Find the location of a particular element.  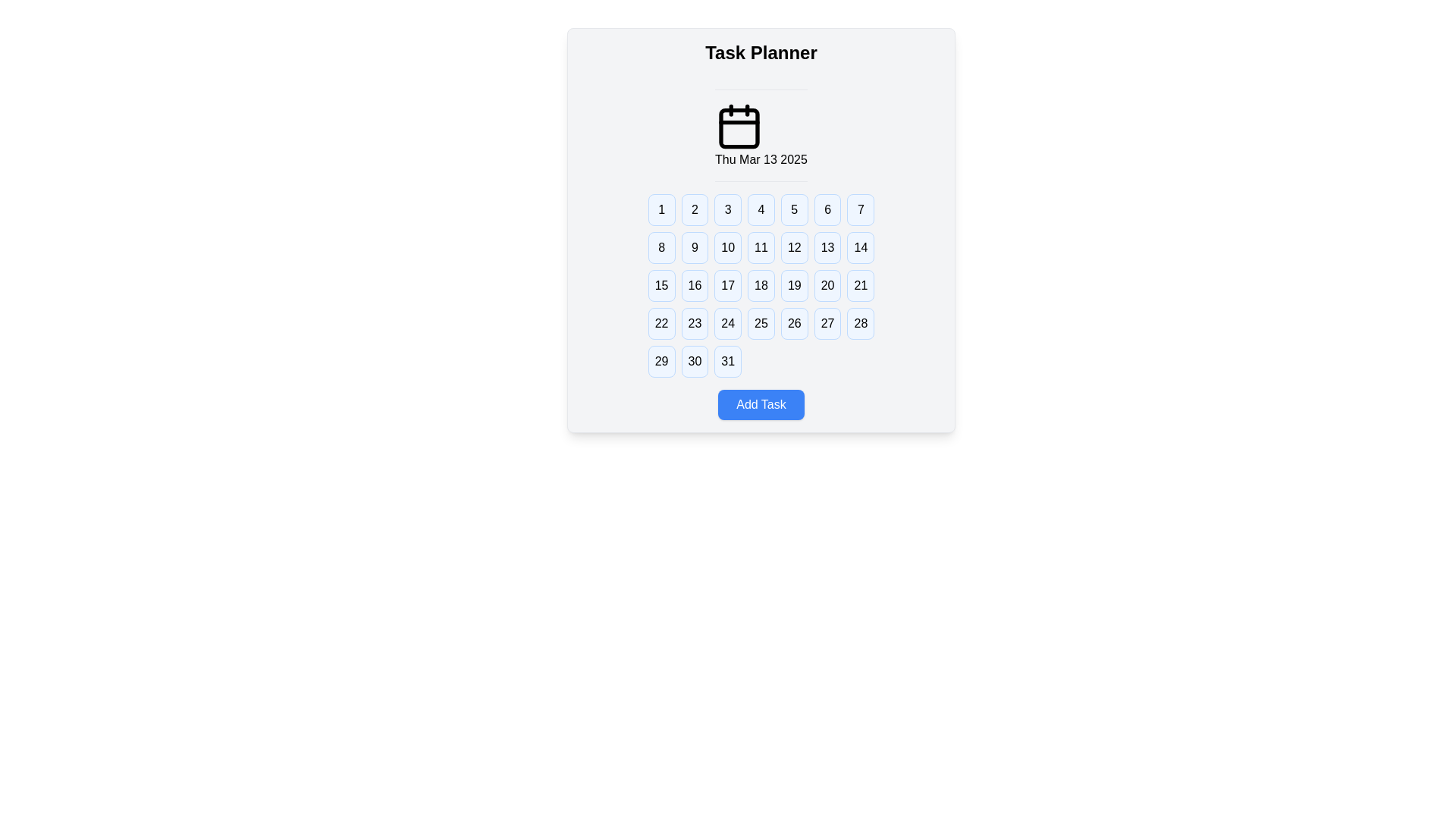

the text element representing day 25 in the calendar layout, positioned in the fourth row of the grid is located at coordinates (761, 323).